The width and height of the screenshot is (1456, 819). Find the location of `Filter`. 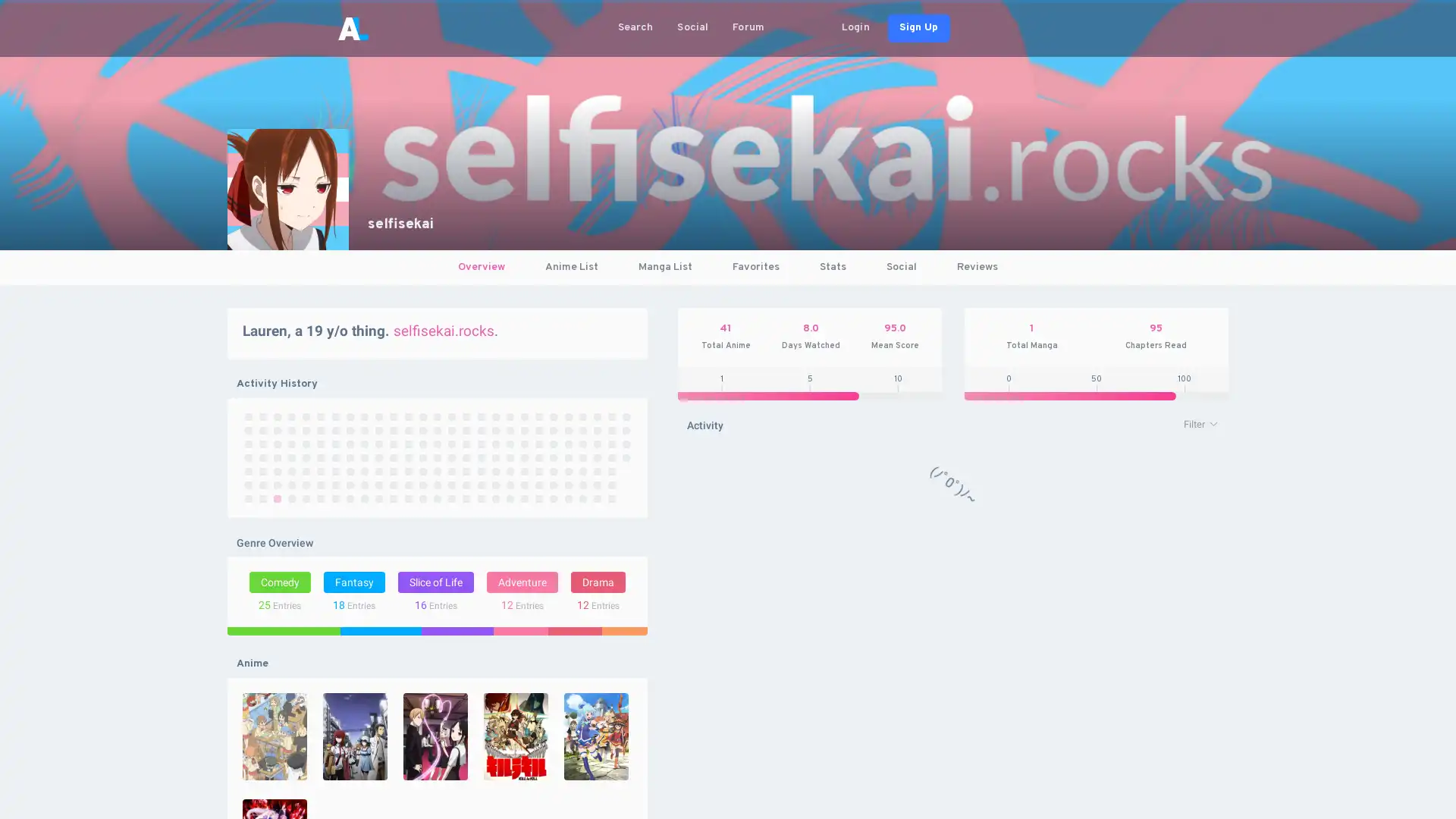

Filter is located at coordinates (1200, 424).